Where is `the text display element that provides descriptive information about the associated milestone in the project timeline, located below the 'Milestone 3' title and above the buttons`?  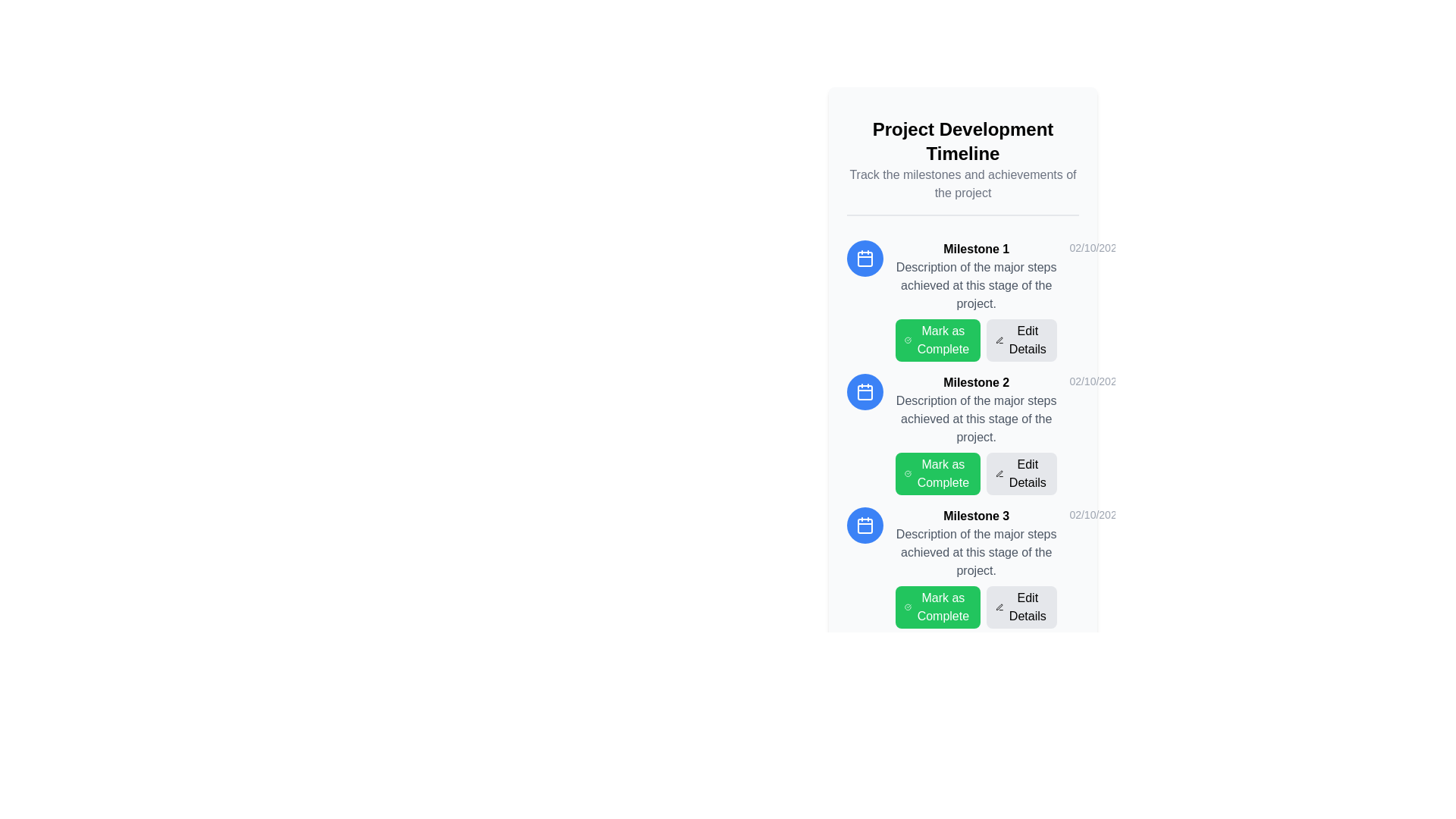
the text display element that provides descriptive information about the associated milestone in the project timeline, located below the 'Milestone 3' title and above the buttons is located at coordinates (976, 553).